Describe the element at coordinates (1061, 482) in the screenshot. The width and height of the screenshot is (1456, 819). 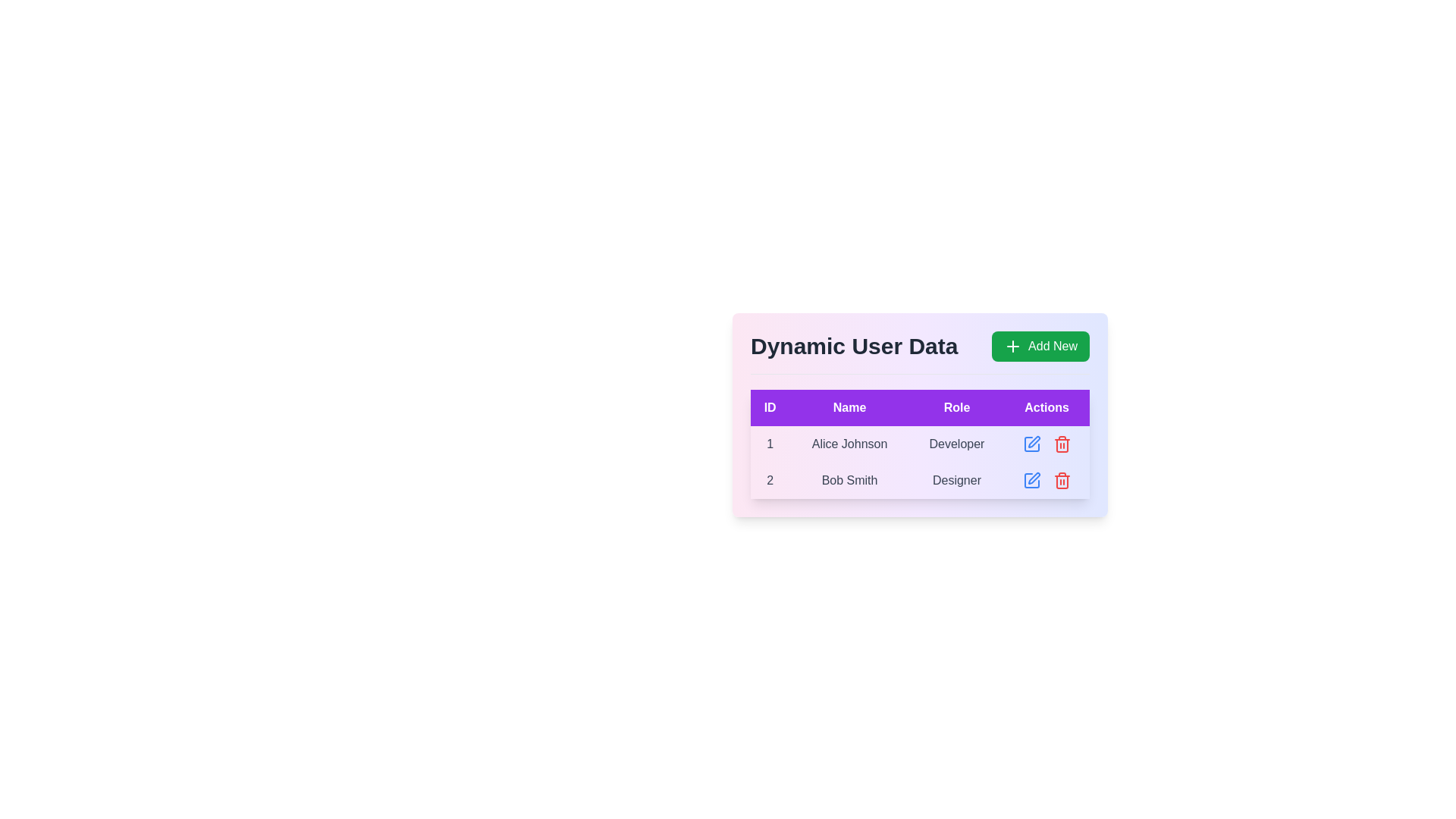
I see `the middle segment of the trash bin icon located in the 'Actions' column of the second row of the data table` at that location.